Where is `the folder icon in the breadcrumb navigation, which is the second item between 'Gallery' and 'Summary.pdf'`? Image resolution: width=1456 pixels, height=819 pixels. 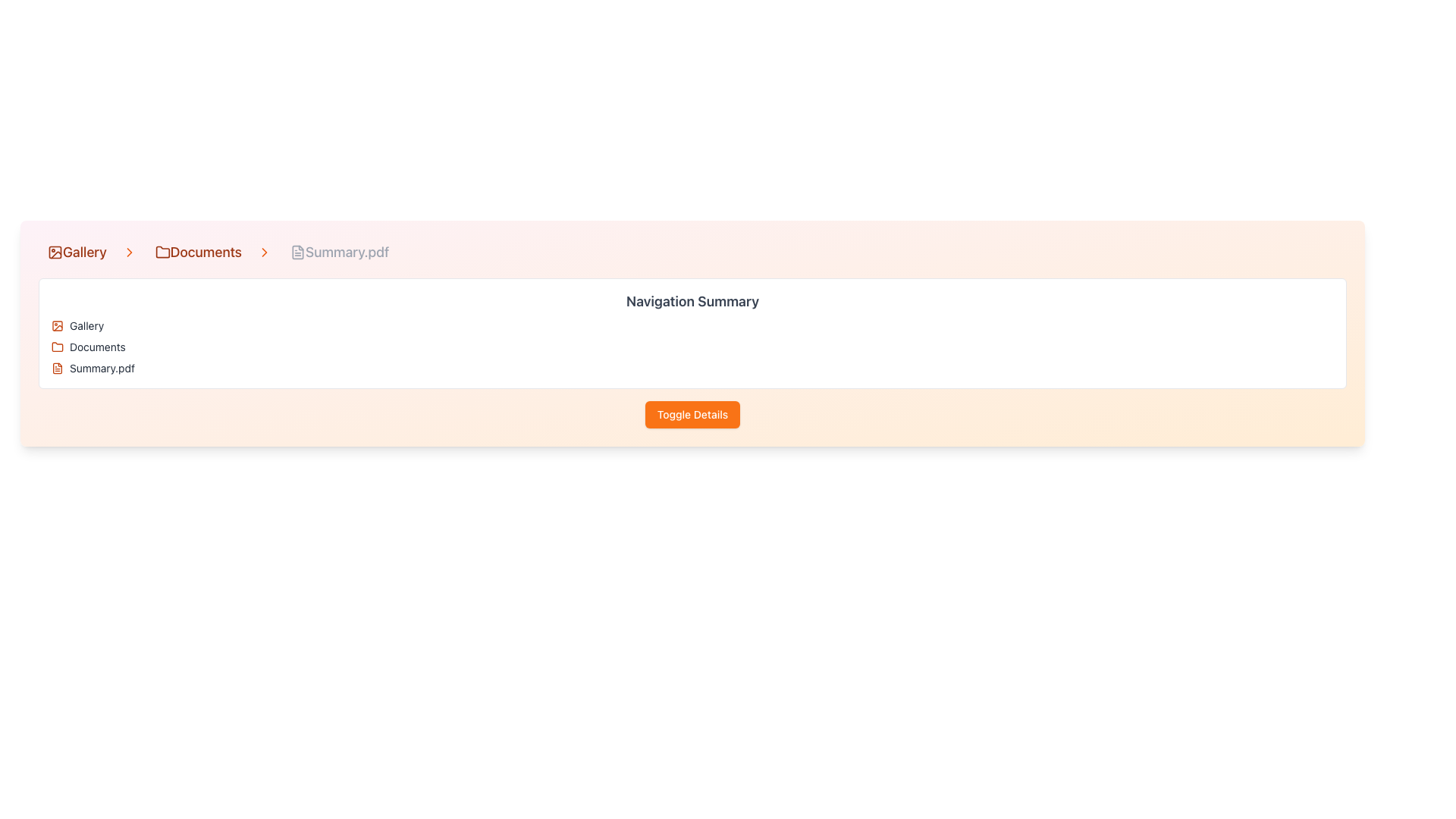 the folder icon in the breadcrumb navigation, which is the second item between 'Gallery' and 'Summary.pdf' is located at coordinates (162, 251).